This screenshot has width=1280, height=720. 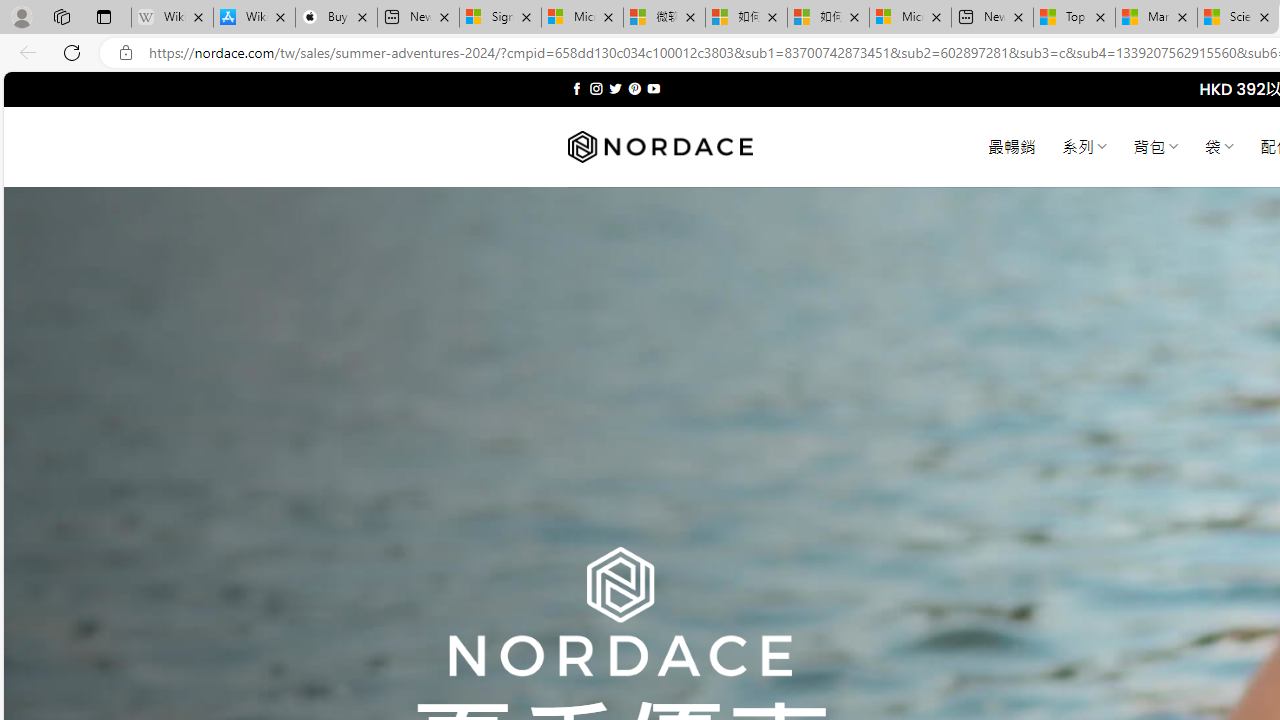 What do you see at coordinates (125, 52) in the screenshot?
I see `'View site information'` at bounding box center [125, 52].